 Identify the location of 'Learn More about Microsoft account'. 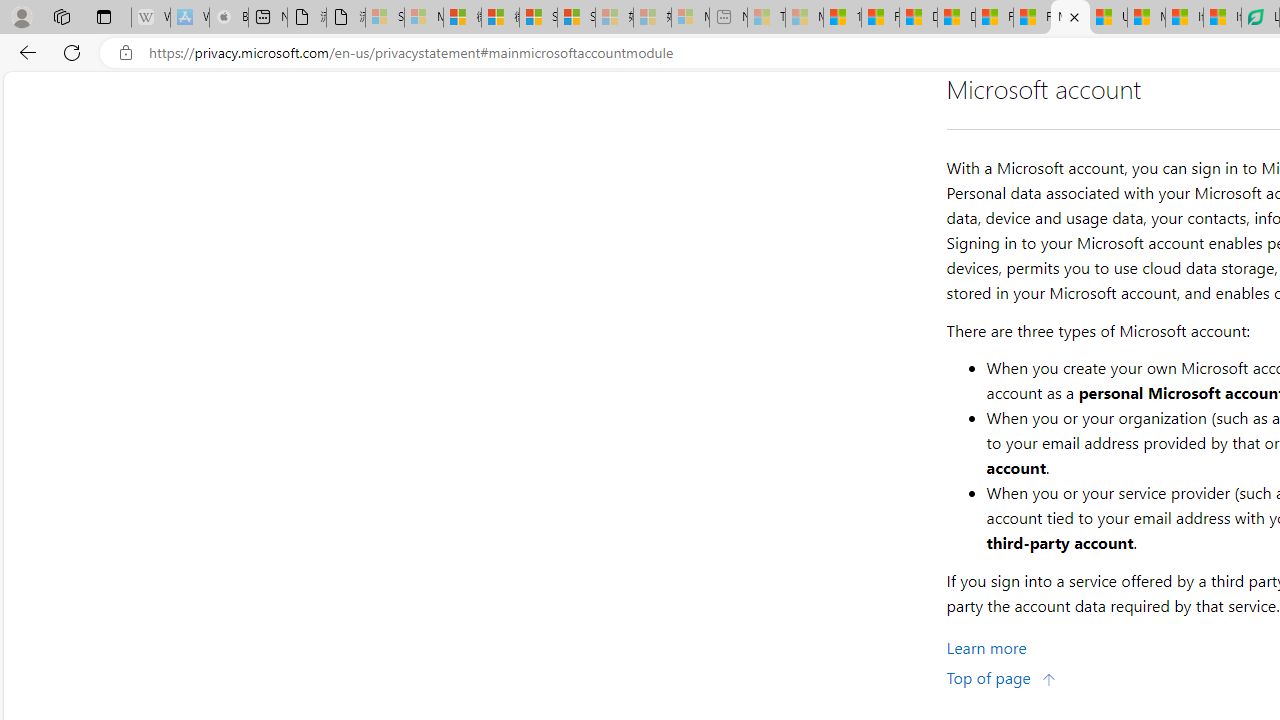
(986, 648).